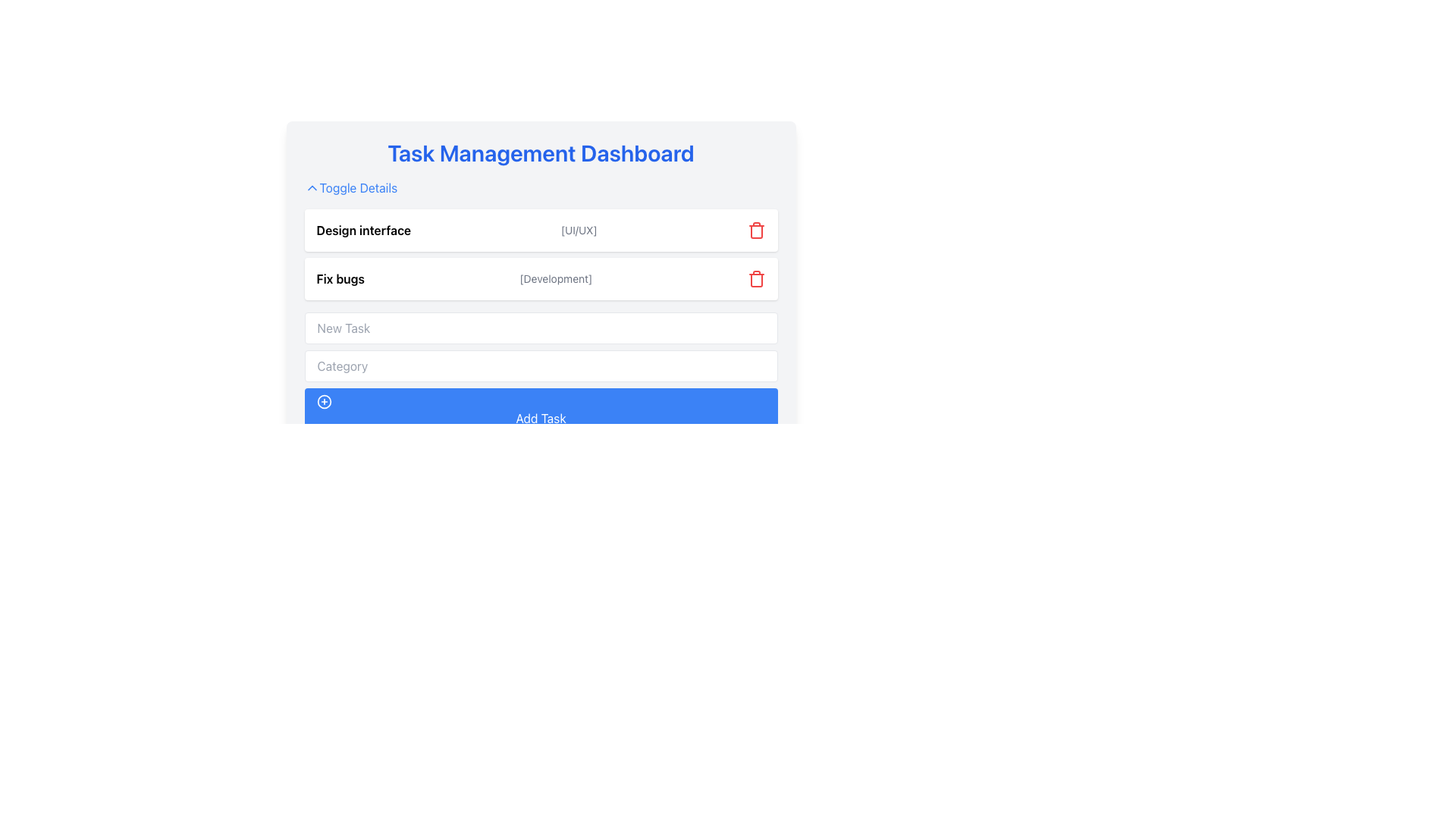 The height and width of the screenshot is (819, 1456). I want to click on the Text header displaying 'Design interface', which is styled with a bold and slightly larger font, located in the middle of a rectangular section in the UI, so click(362, 231).